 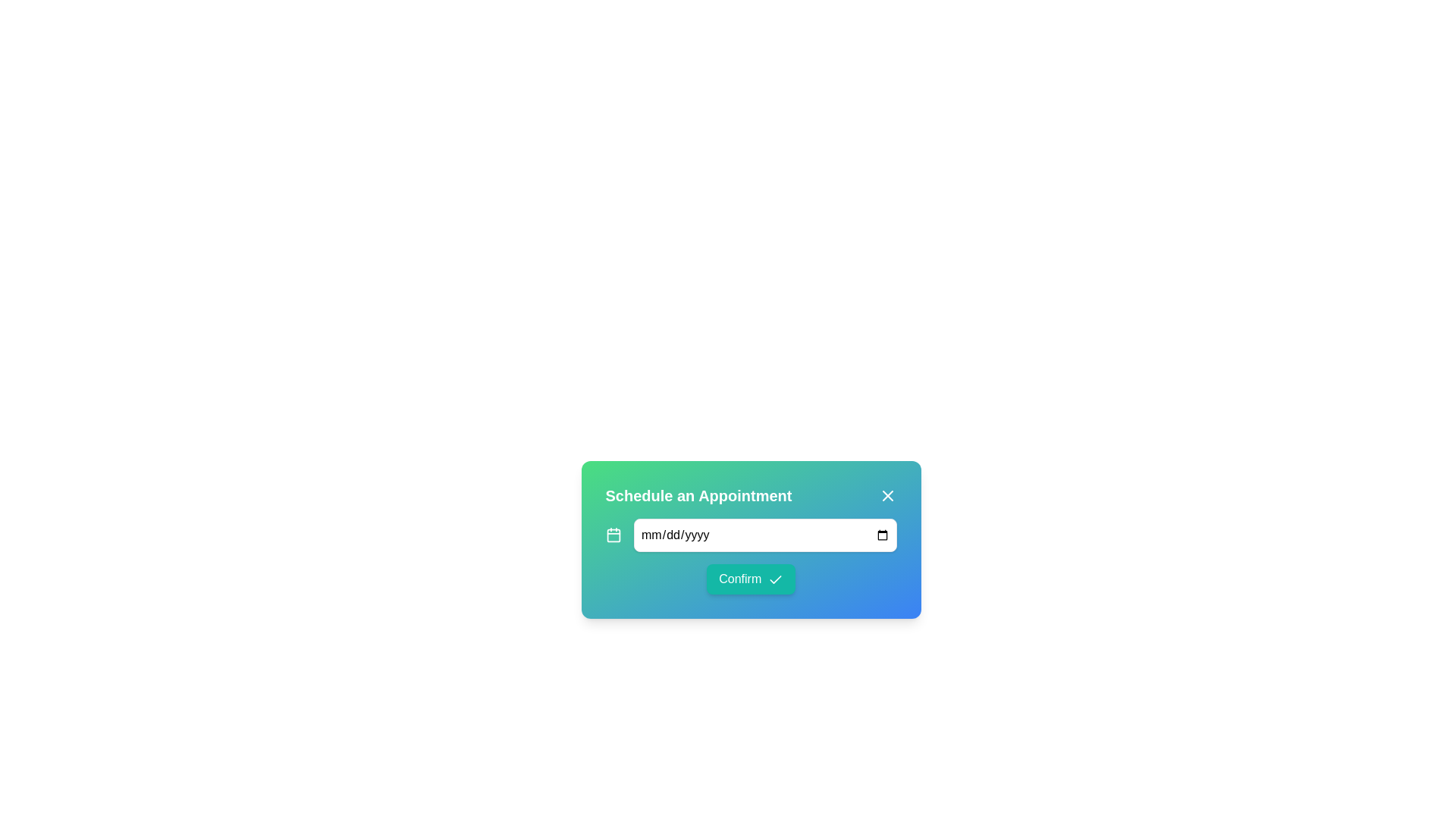 What do you see at coordinates (751, 579) in the screenshot?
I see `the confirmation button located at the bottom-center of the modal form` at bounding box center [751, 579].